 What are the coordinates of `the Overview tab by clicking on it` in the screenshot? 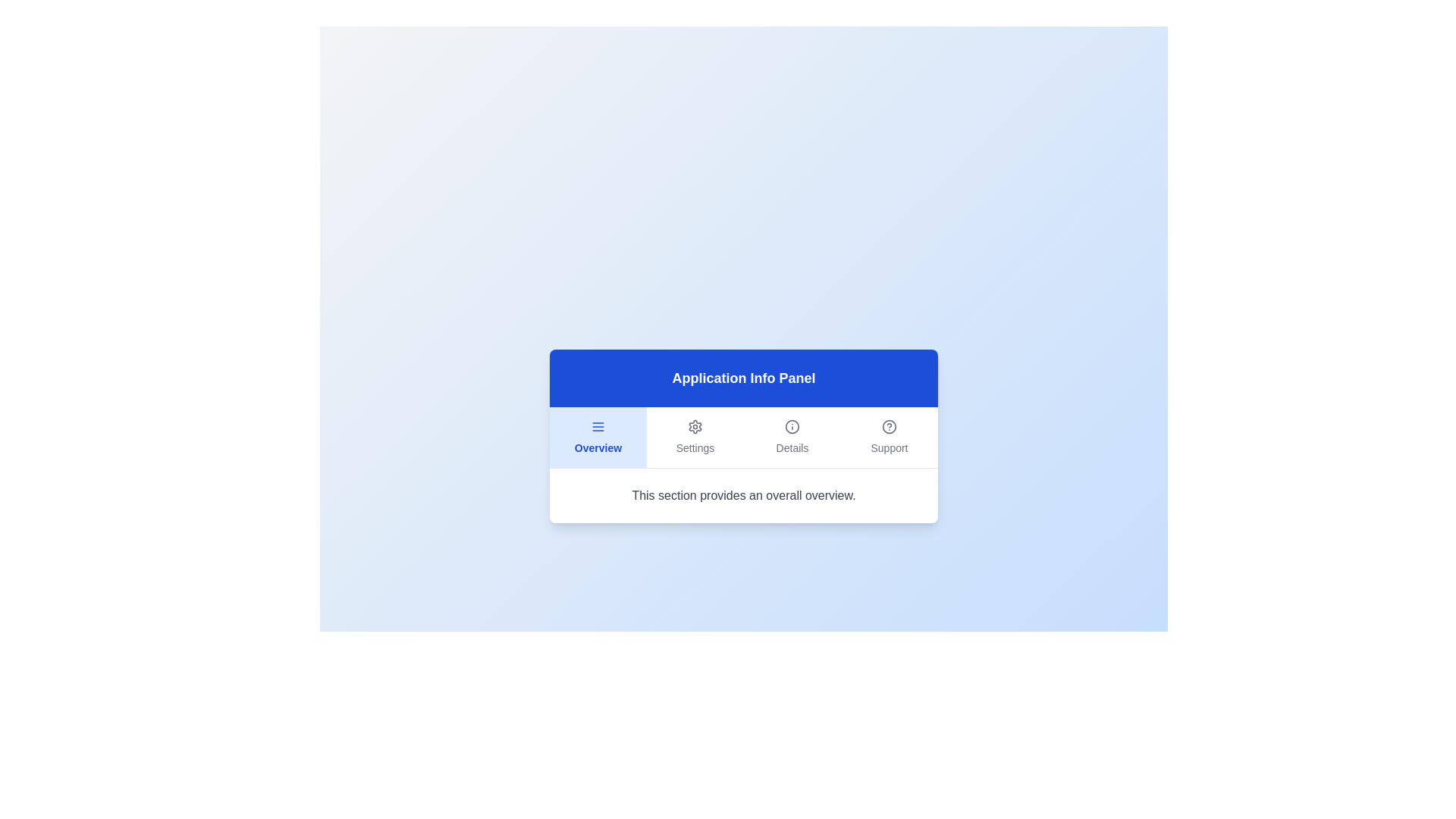 It's located at (597, 437).